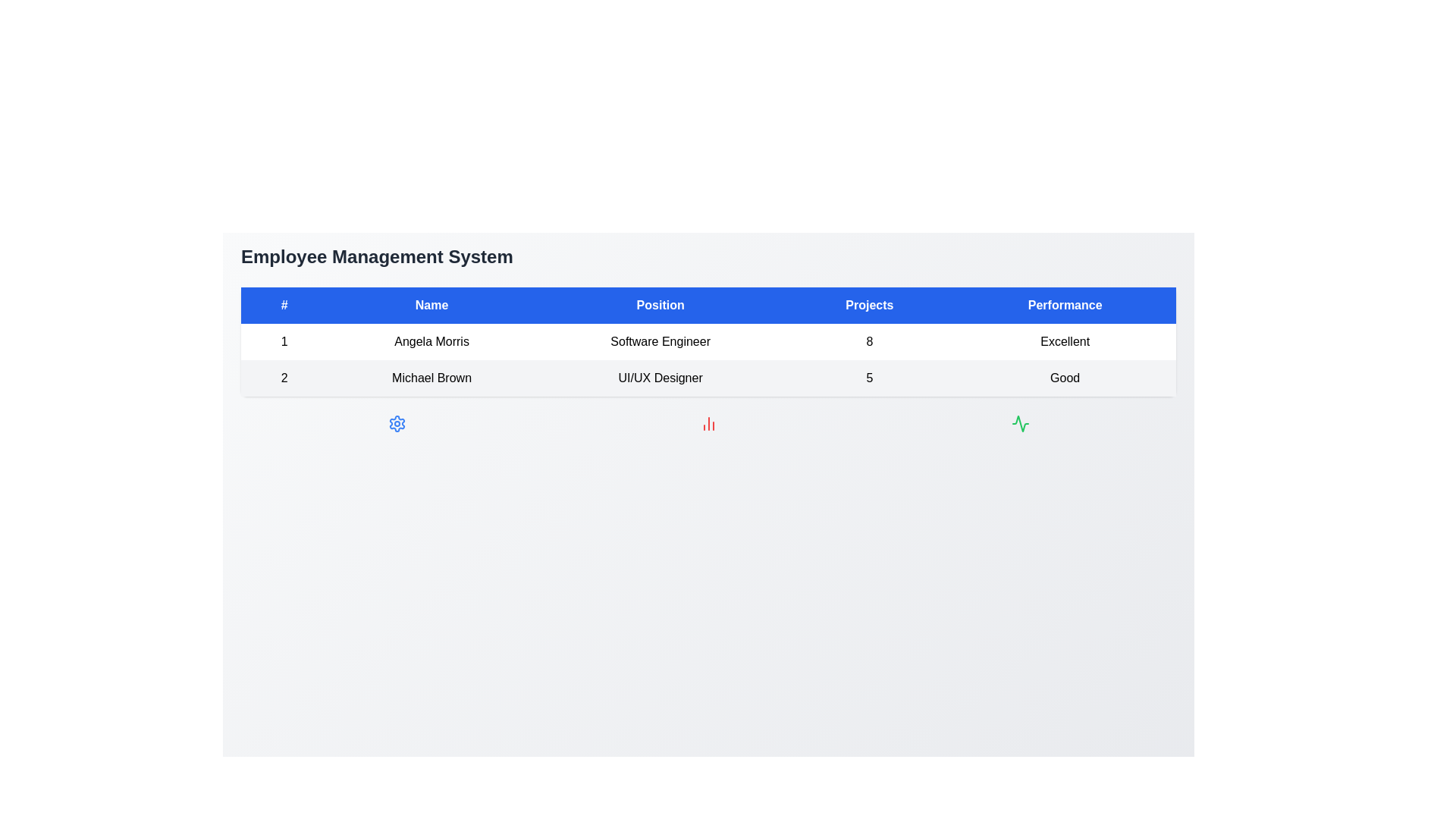  Describe the element at coordinates (708, 342) in the screenshot. I see `the first row of the data table containing 'Angela Morris', 'Software Engineer', '8', and 'Excellent'` at that location.